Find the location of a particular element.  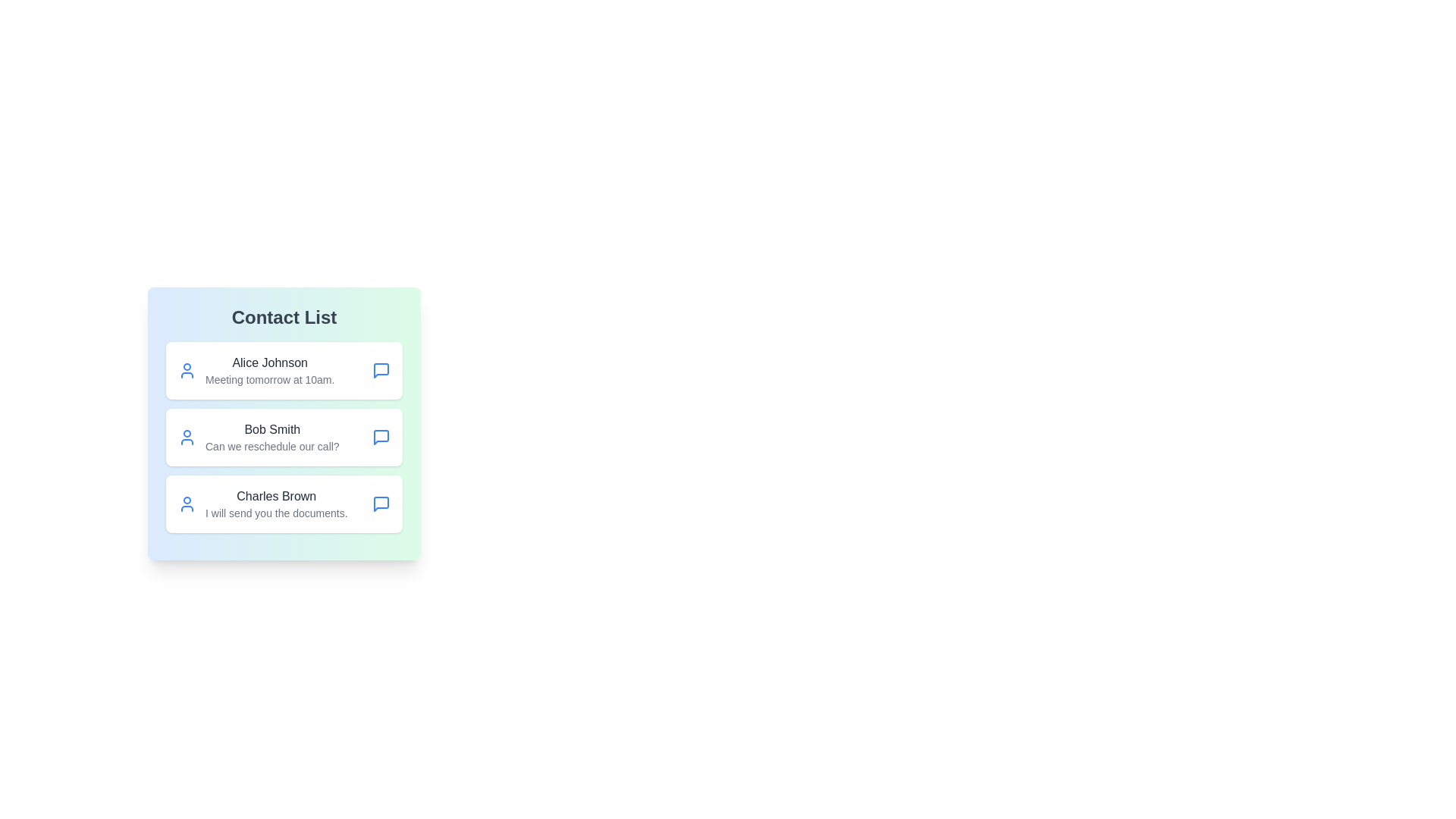

the chat icon associated with Alice Johnson to initiate a conversation is located at coordinates (381, 371).